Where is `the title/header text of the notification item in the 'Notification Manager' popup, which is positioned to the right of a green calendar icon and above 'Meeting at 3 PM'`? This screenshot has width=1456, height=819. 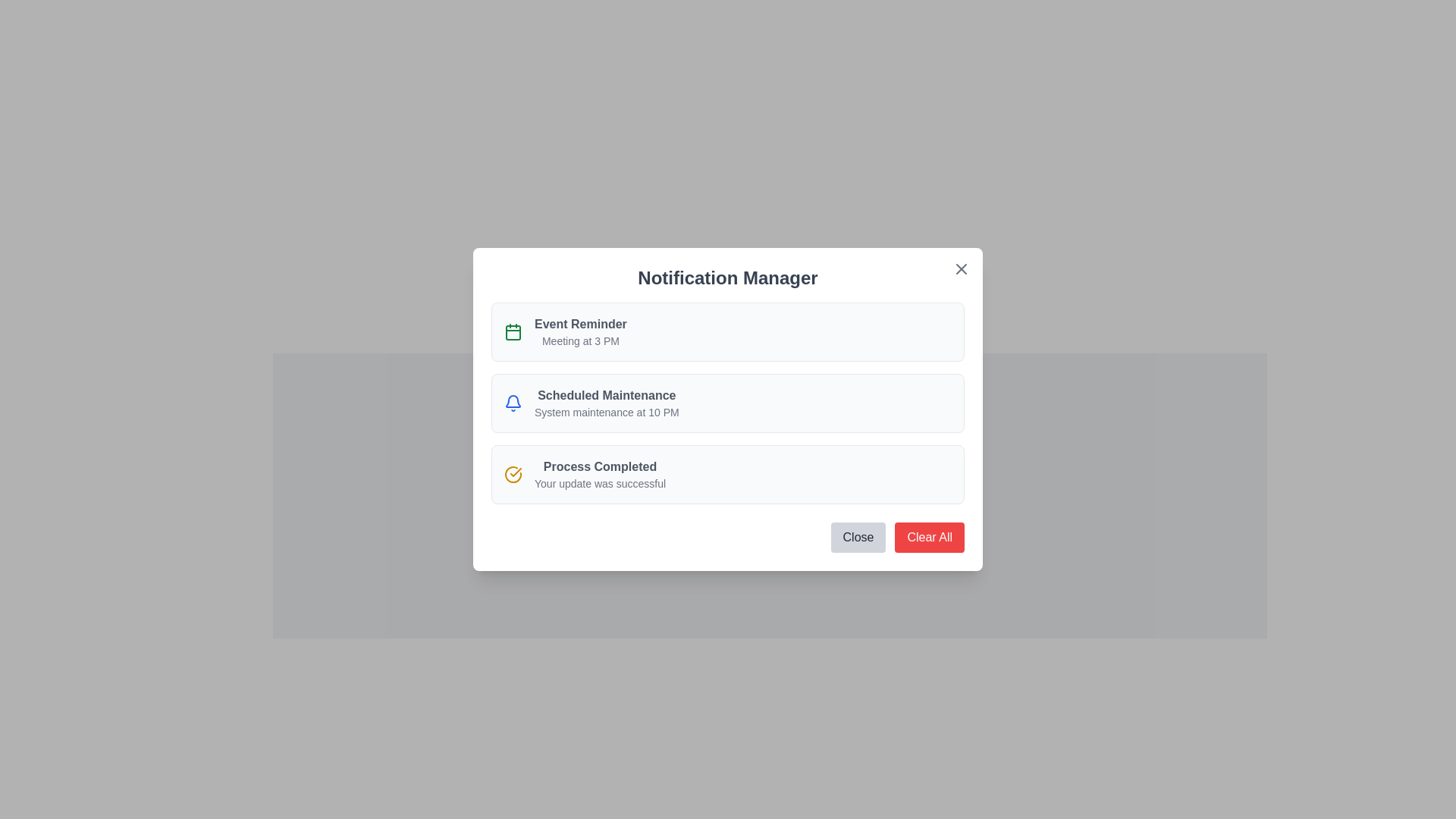
the title/header text of the notification item in the 'Notification Manager' popup, which is positioned to the right of a green calendar icon and above 'Meeting at 3 PM' is located at coordinates (579, 324).